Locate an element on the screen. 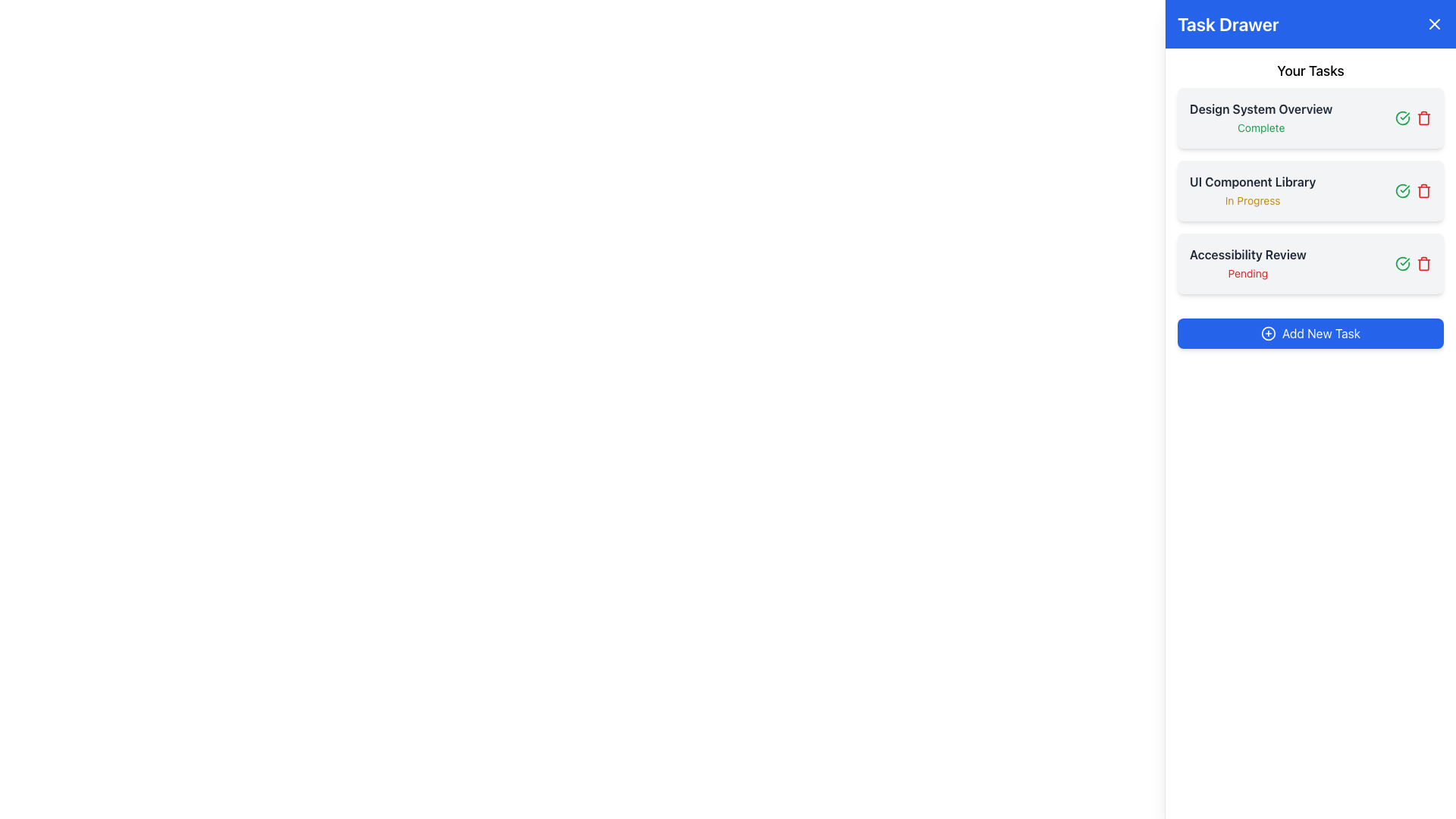 This screenshot has height=819, width=1456. the heading text label for the second task item in the 'Your Tasks' section of the 'Task Drawer' to initiate further actions is located at coordinates (1253, 180).